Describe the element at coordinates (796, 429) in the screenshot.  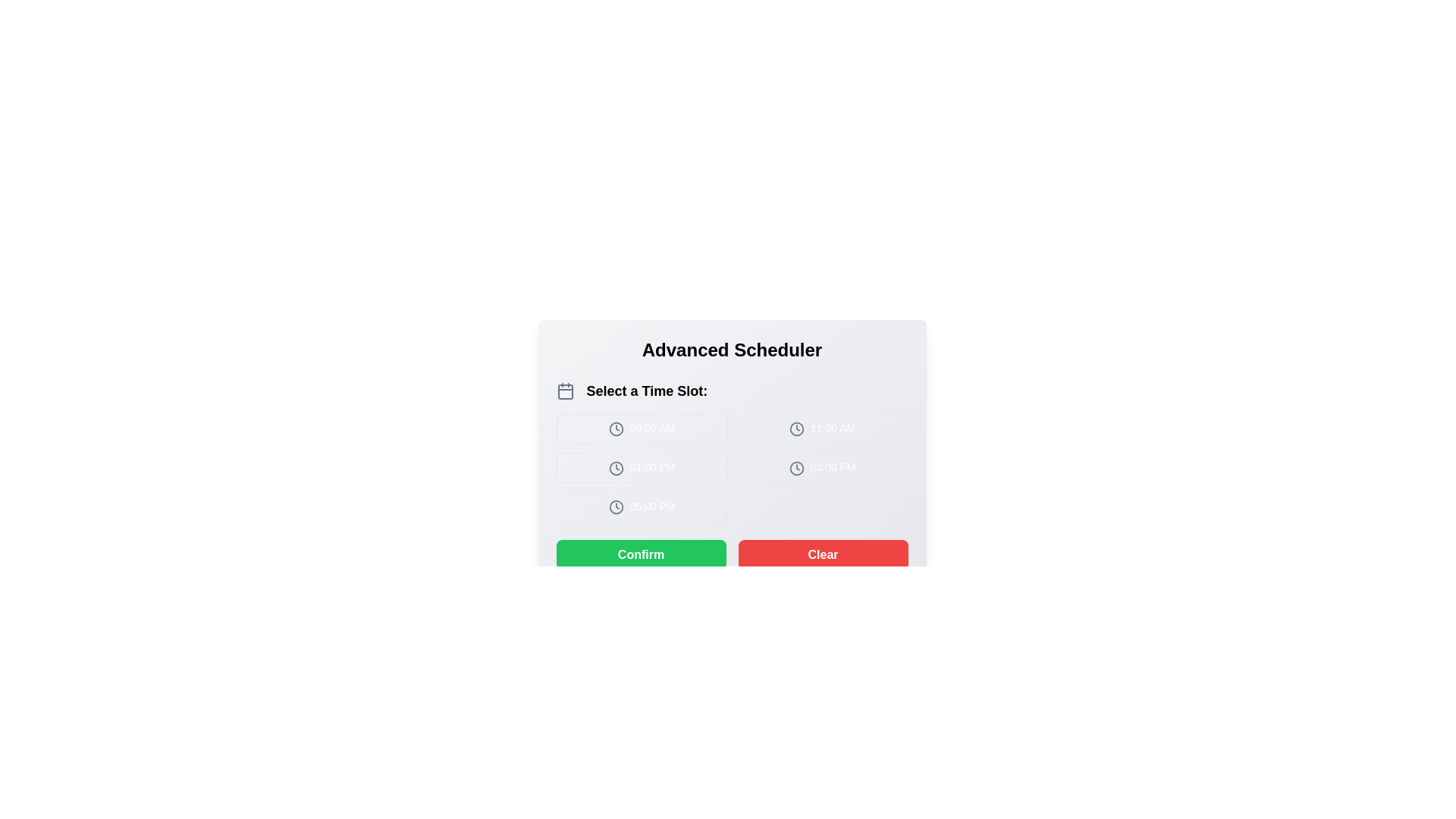
I see `the clock icon associated with the '11:00 AM' time slot button, which is the second item in the top row of the time slot selection area` at that location.